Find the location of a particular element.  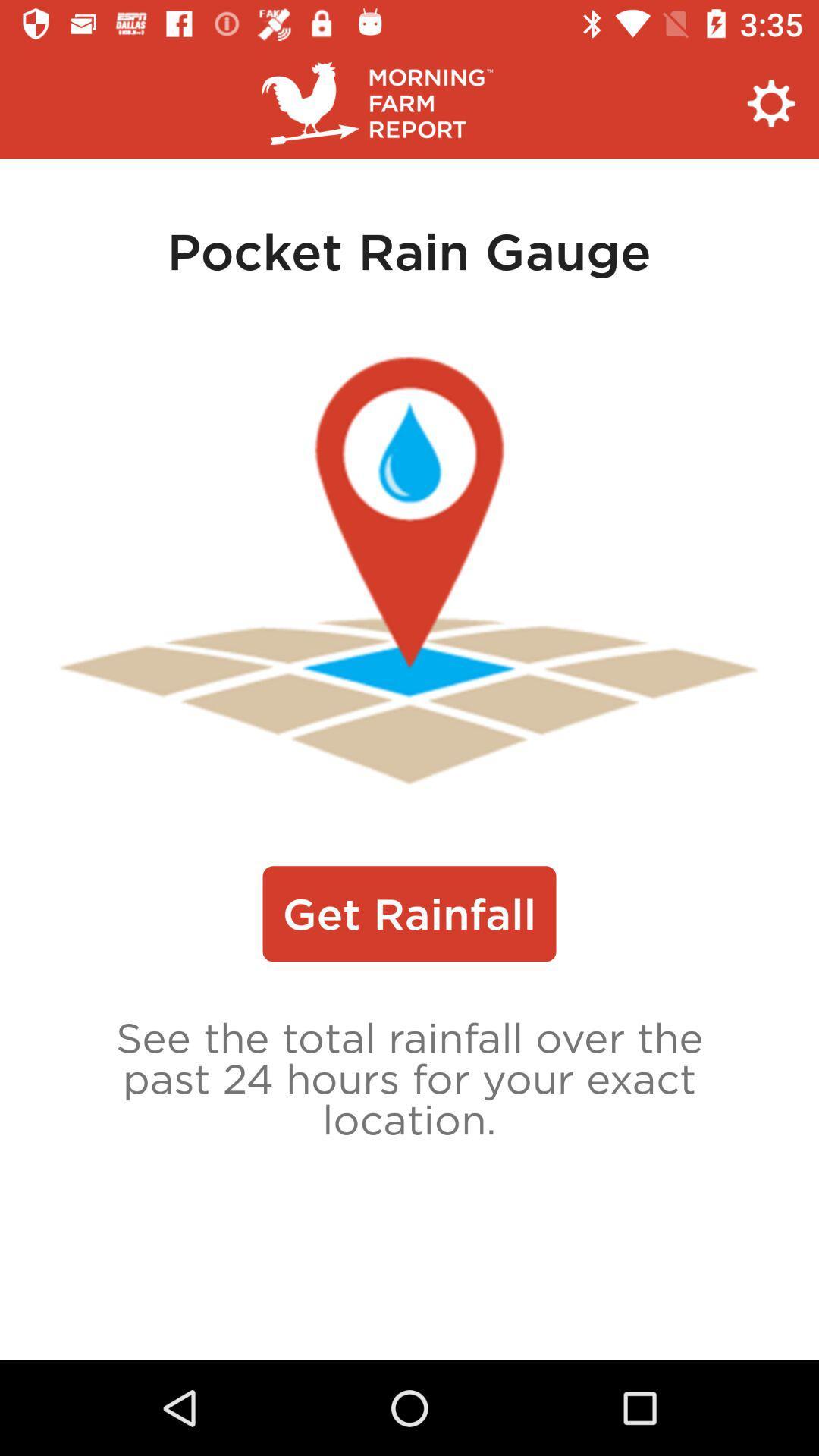

the get rainfall icon is located at coordinates (409, 913).